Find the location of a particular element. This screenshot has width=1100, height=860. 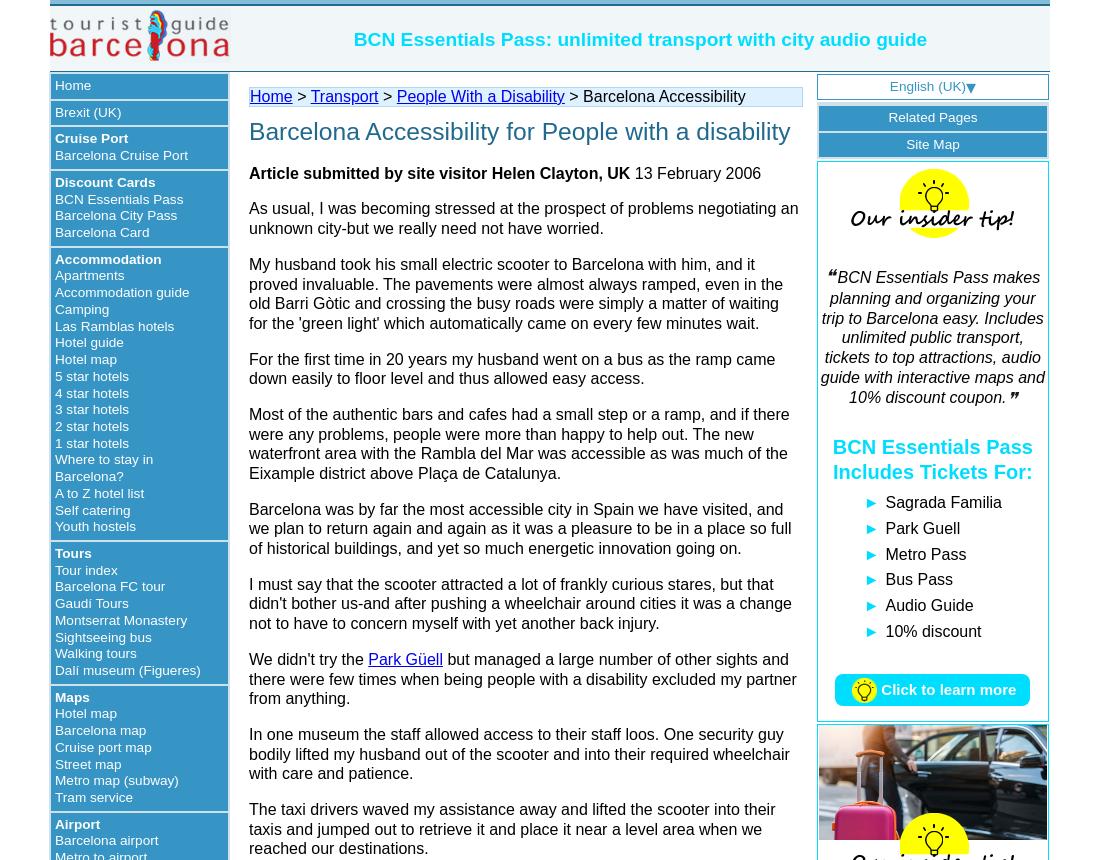

'We didn't try the' is located at coordinates (307, 658).